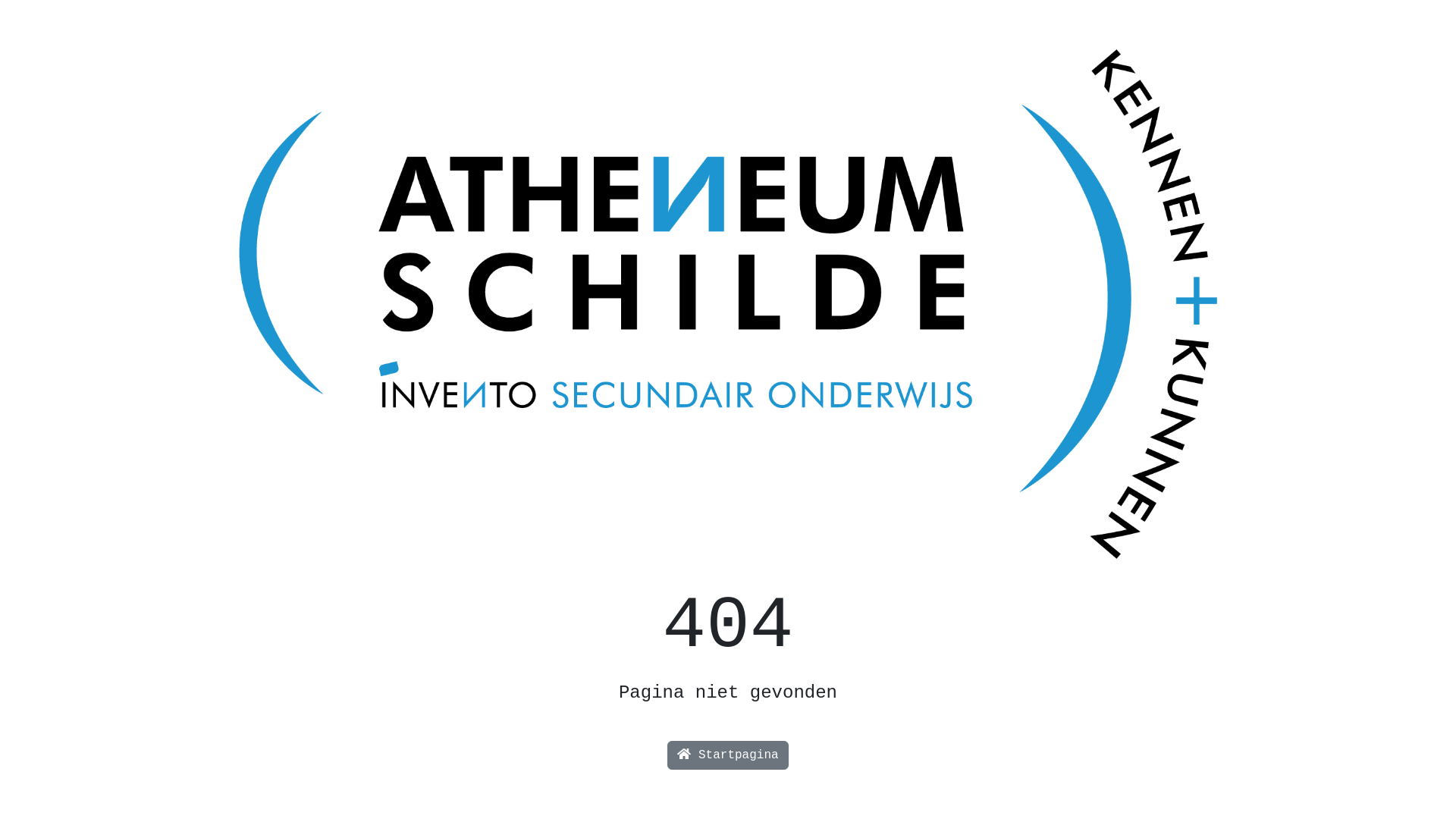 The height and width of the screenshot is (819, 1456). I want to click on 'Startpagina', so click(726, 755).